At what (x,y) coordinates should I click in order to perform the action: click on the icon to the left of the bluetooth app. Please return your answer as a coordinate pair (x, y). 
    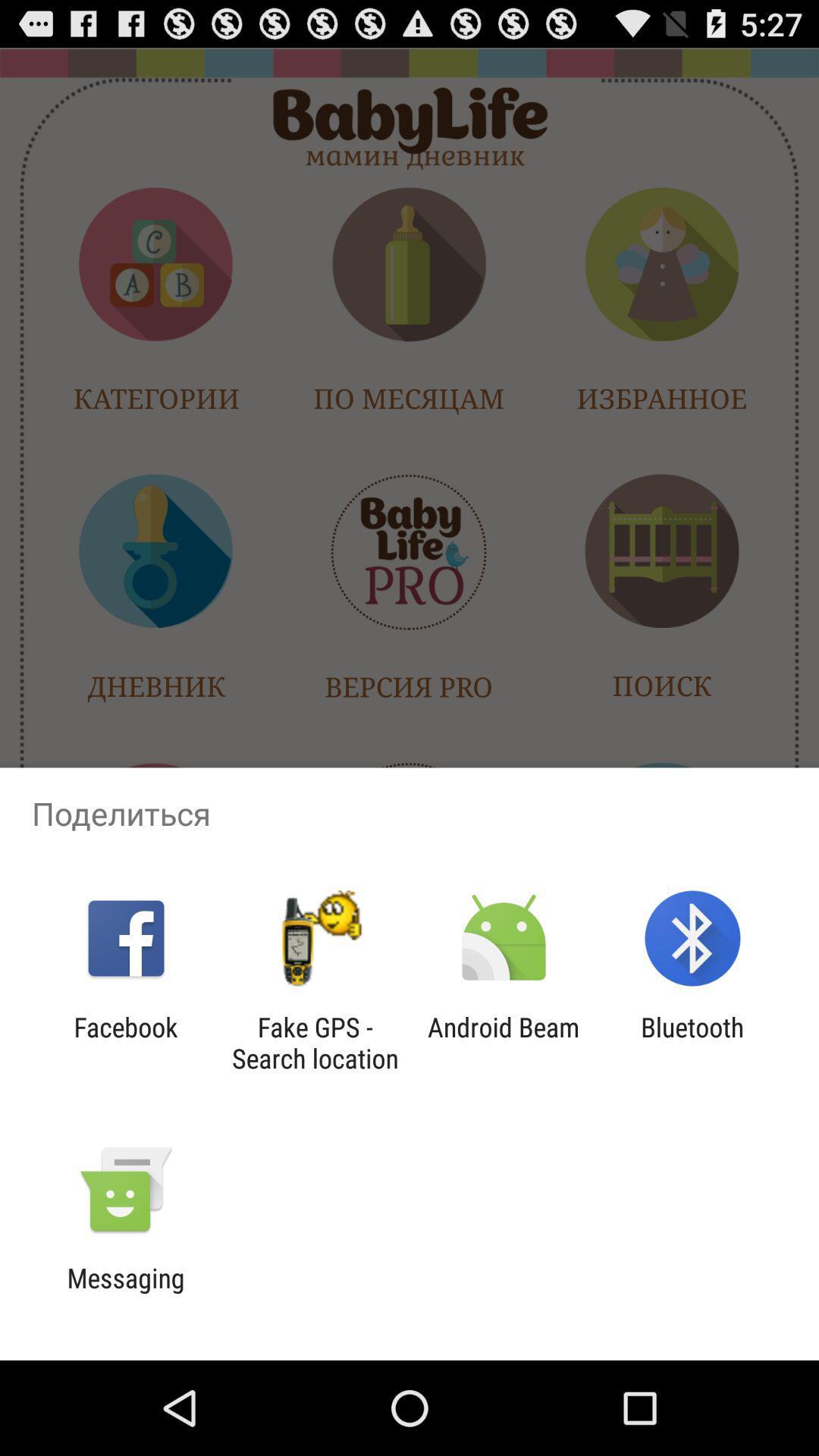
    Looking at the image, I should click on (504, 1042).